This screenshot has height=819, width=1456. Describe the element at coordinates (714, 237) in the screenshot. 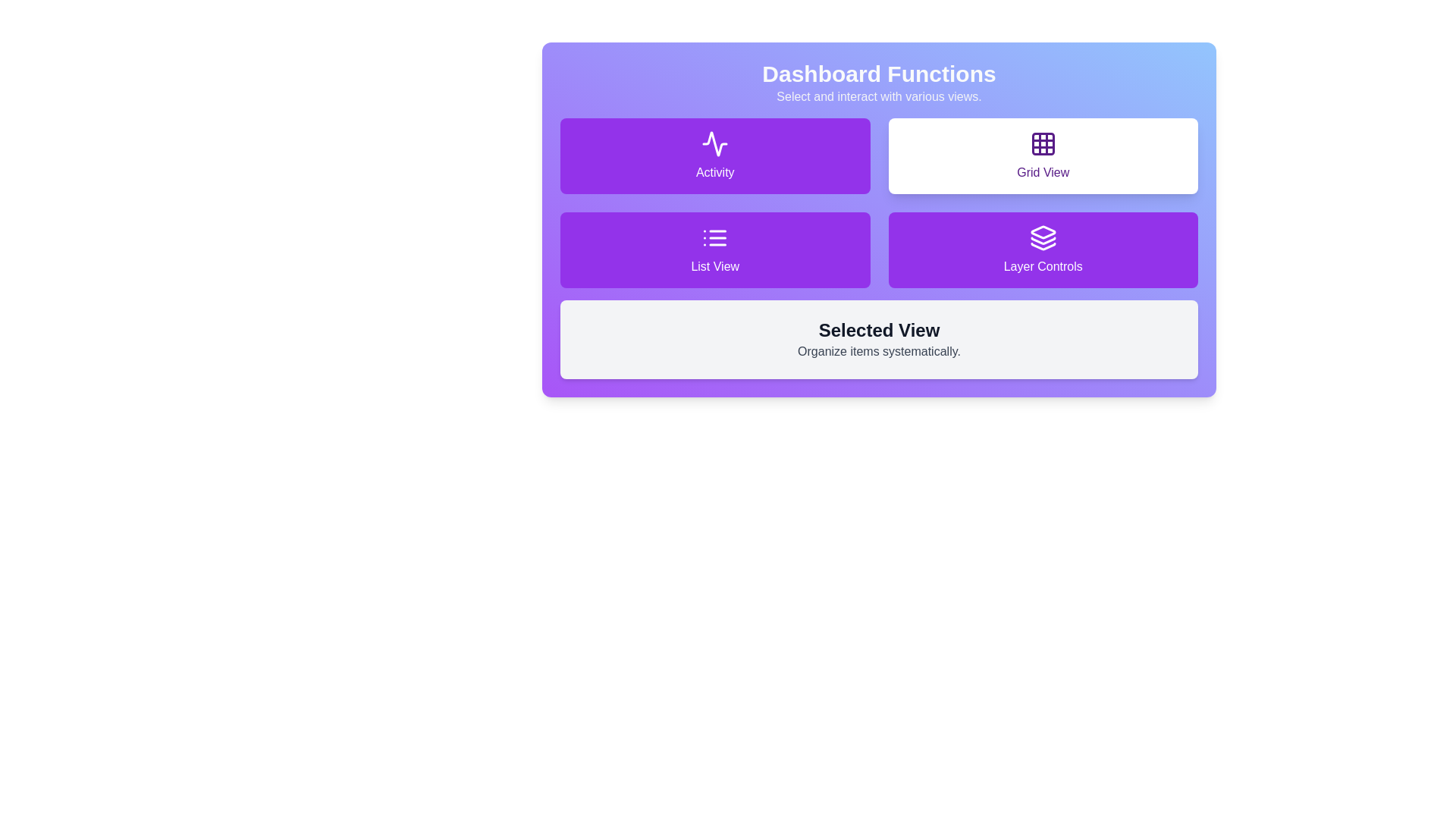

I see `the 'List View' icon located in the second group of buttons, positioned to the left of the 'List View' text` at that location.